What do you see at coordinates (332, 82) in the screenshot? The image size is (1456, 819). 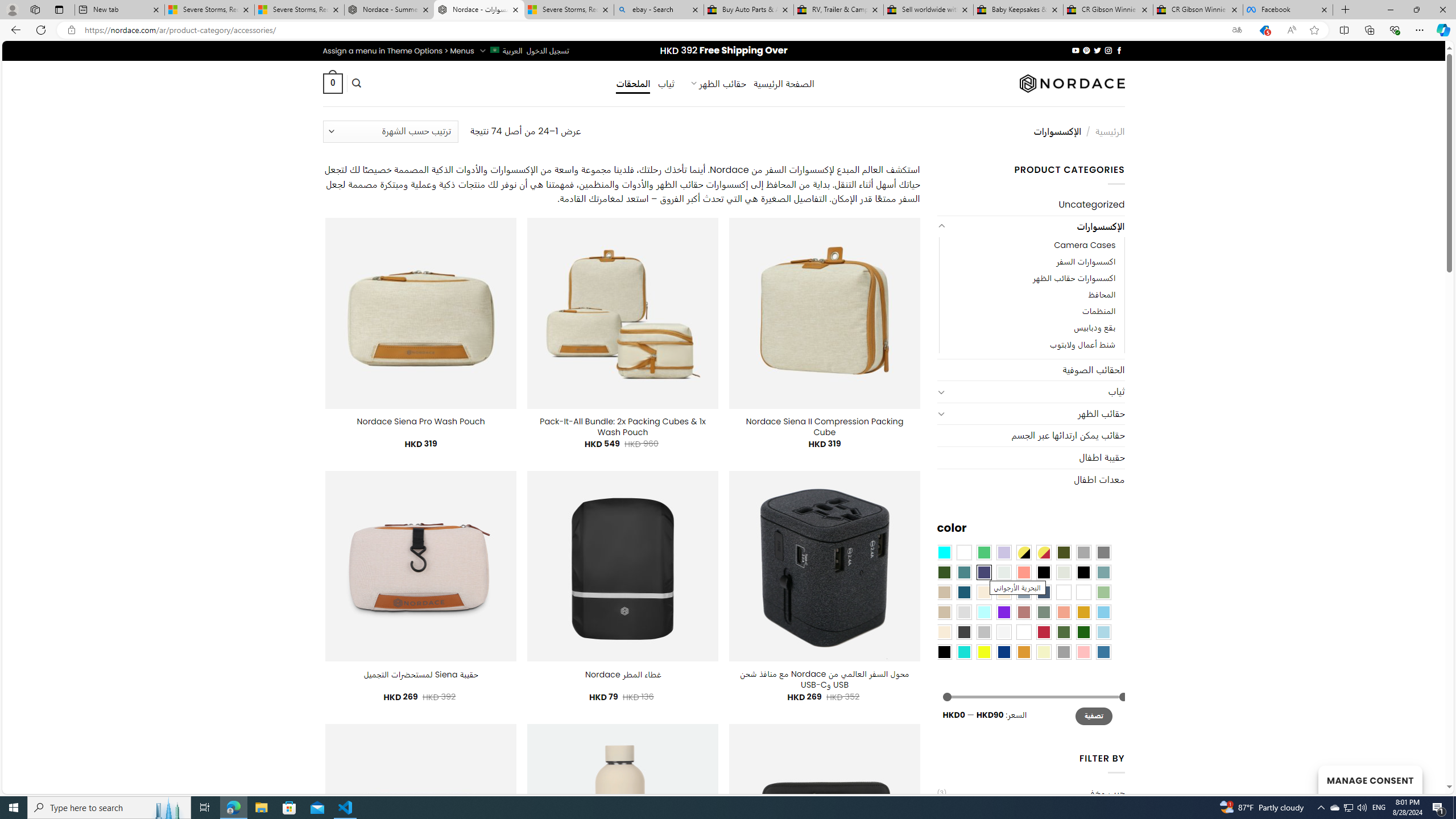 I see `'  0  '` at bounding box center [332, 82].